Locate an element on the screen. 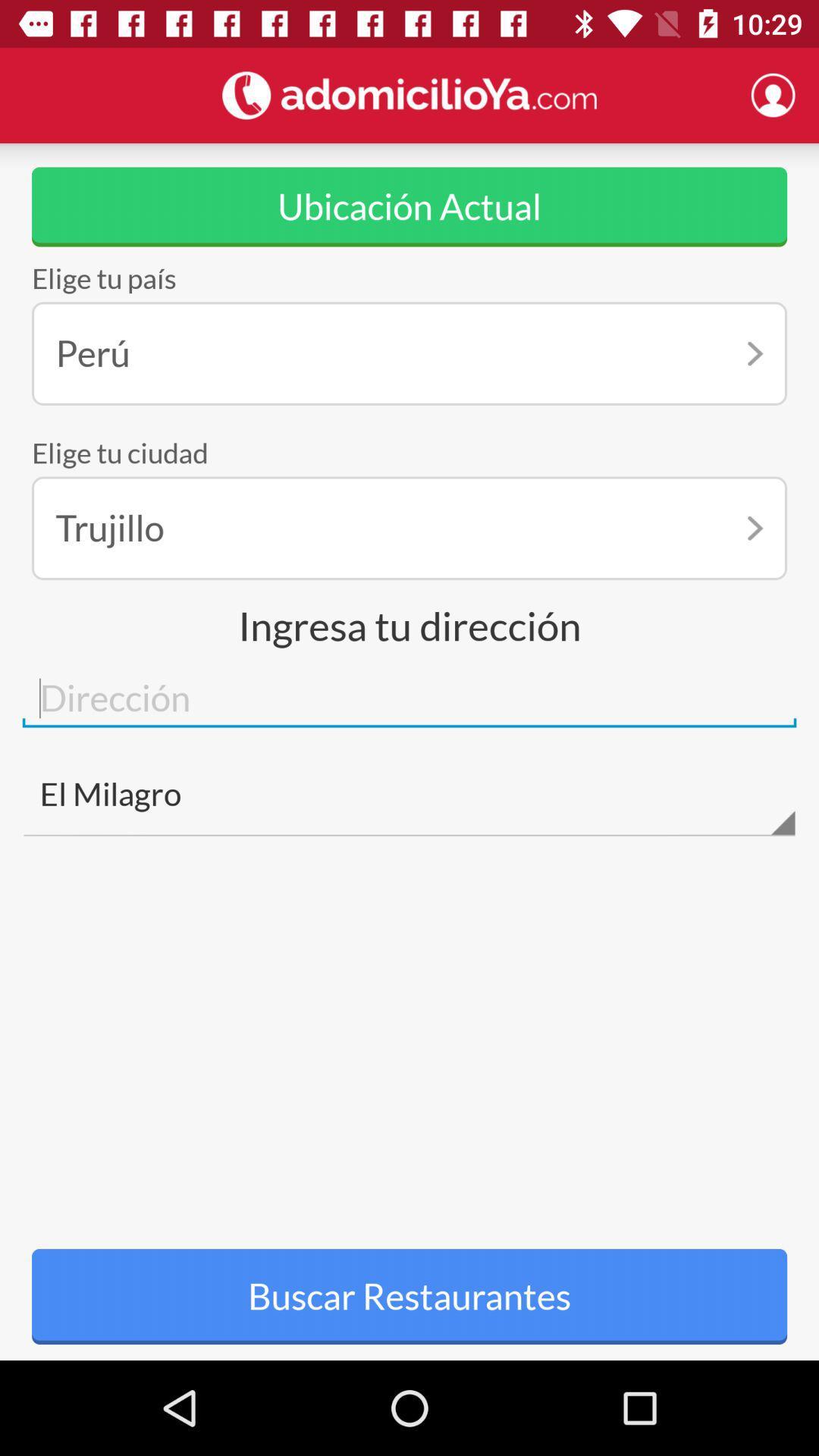  takes you to your profile is located at coordinates (773, 94).